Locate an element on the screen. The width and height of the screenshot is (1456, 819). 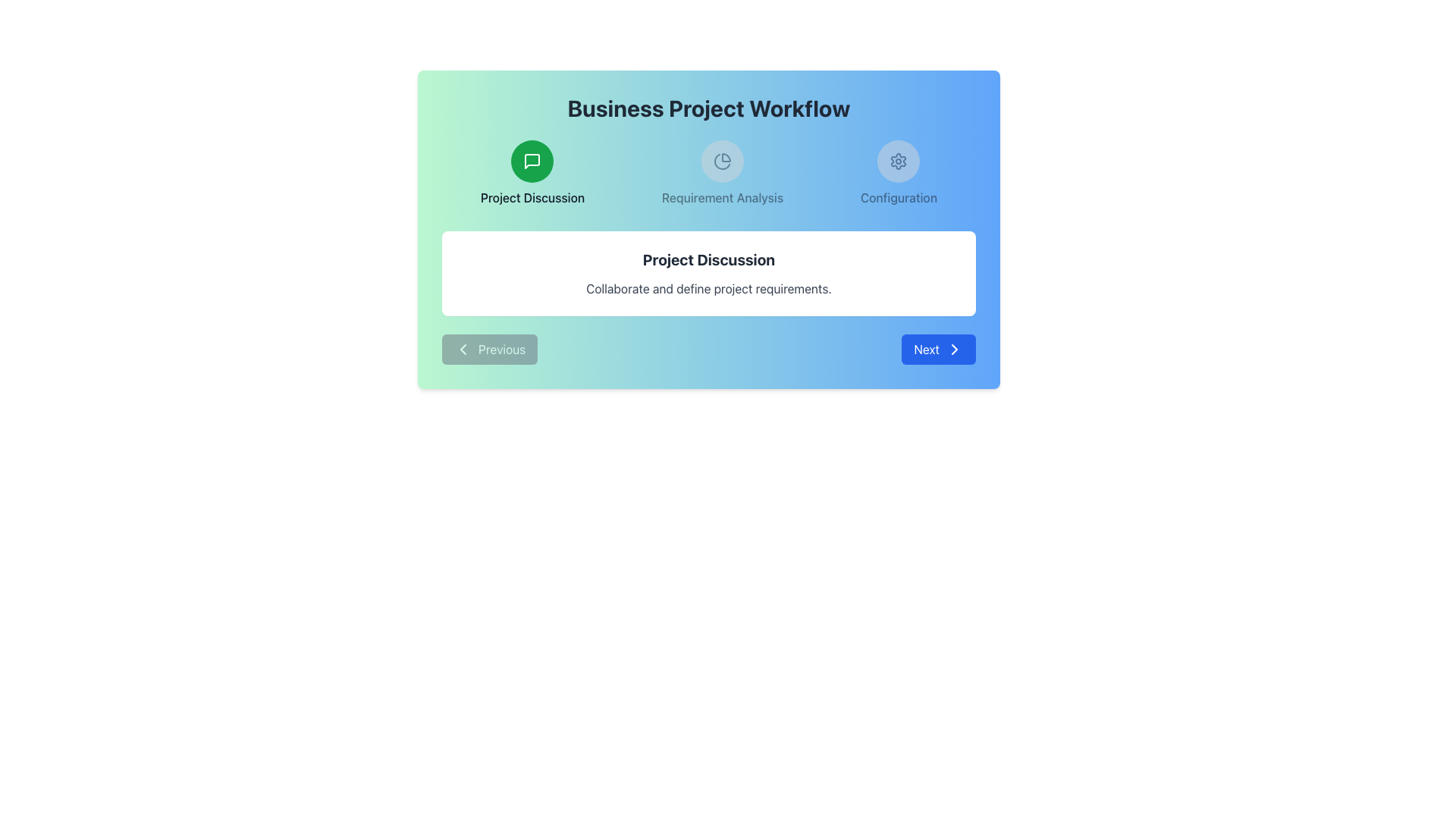
the 'Next' button, which is a rectangular button with a blue background and white text, located in the bottom-right corner of the panel is located at coordinates (938, 350).